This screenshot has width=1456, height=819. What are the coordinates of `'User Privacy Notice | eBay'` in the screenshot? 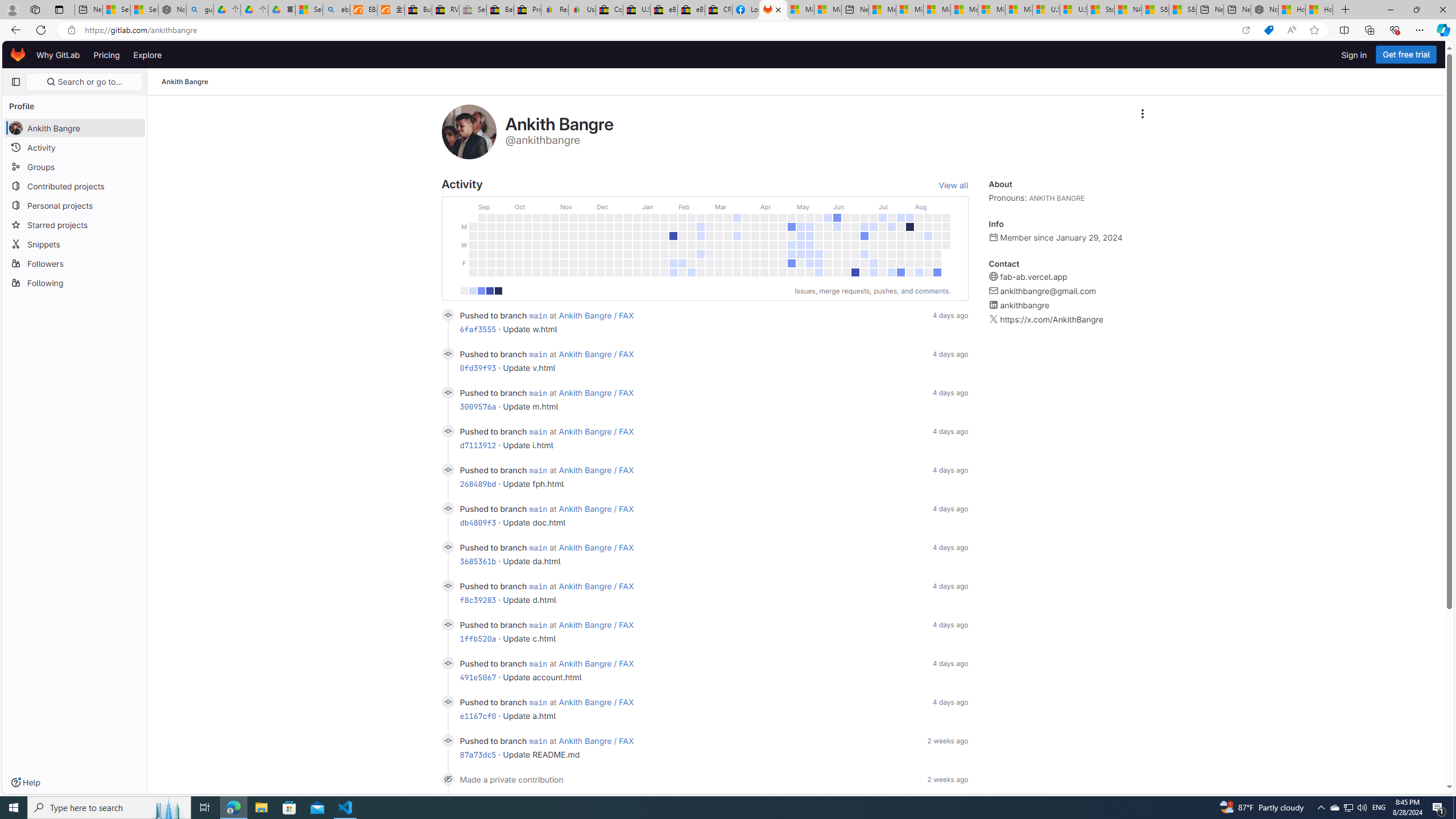 It's located at (581, 9).